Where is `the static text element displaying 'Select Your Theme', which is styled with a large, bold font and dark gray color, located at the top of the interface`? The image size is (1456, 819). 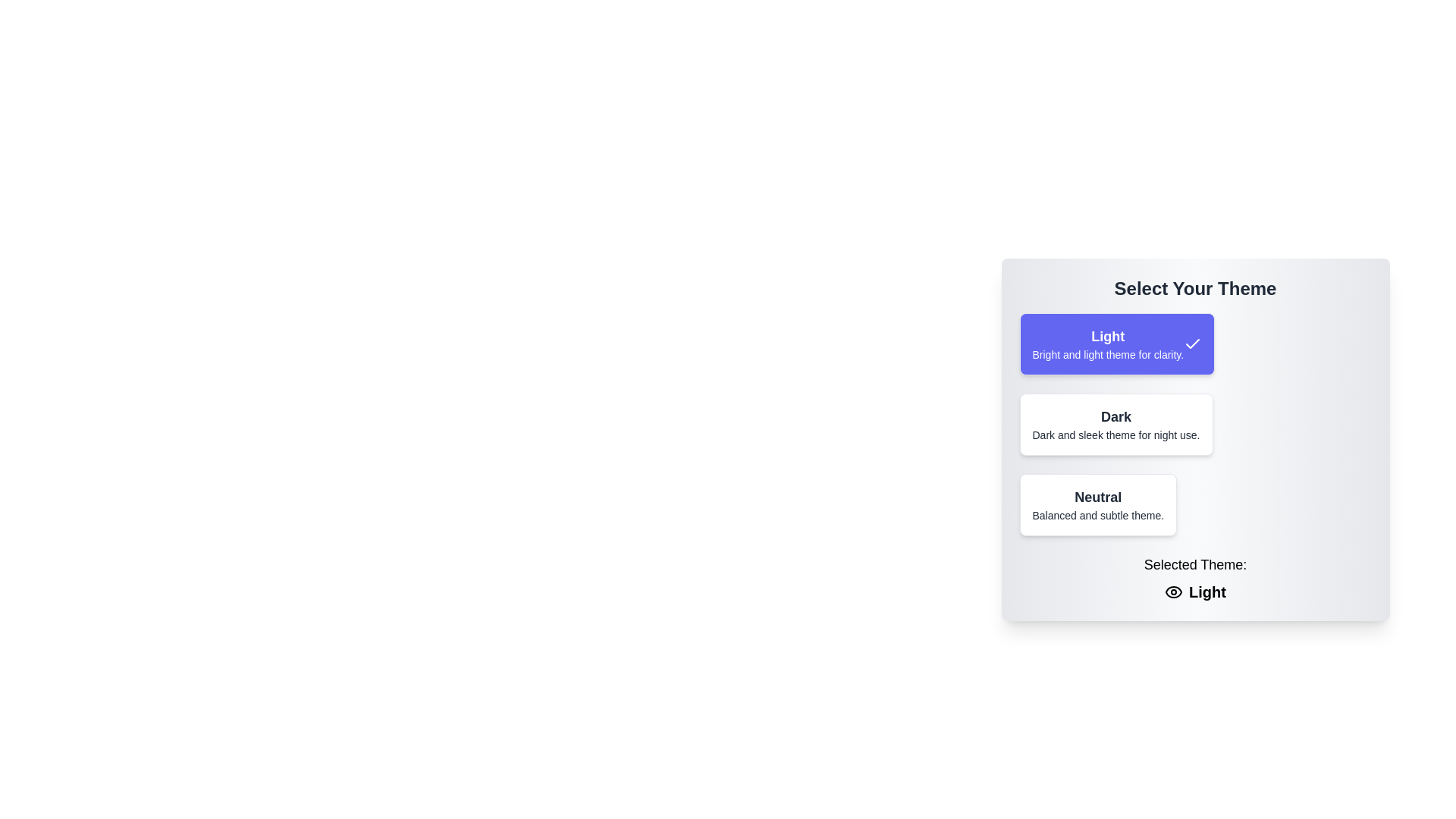
the static text element displaying 'Select Your Theme', which is styled with a large, bold font and dark gray color, located at the top of the interface is located at coordinates (1194, 289).